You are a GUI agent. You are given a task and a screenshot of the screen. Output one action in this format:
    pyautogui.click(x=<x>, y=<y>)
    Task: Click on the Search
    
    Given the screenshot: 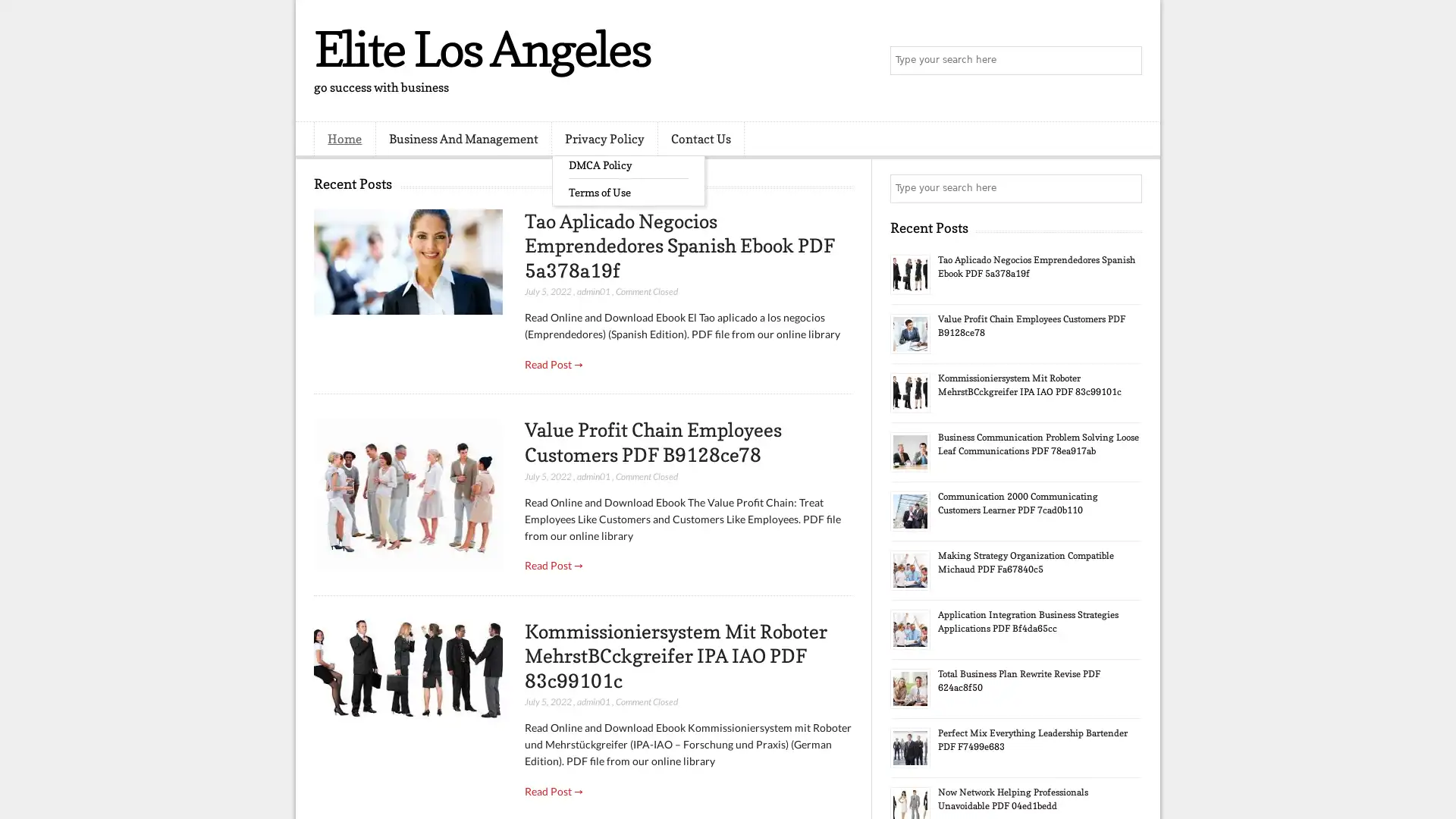 What is the action you would take?
    pyautogui.click(x=1126, y=61)
    